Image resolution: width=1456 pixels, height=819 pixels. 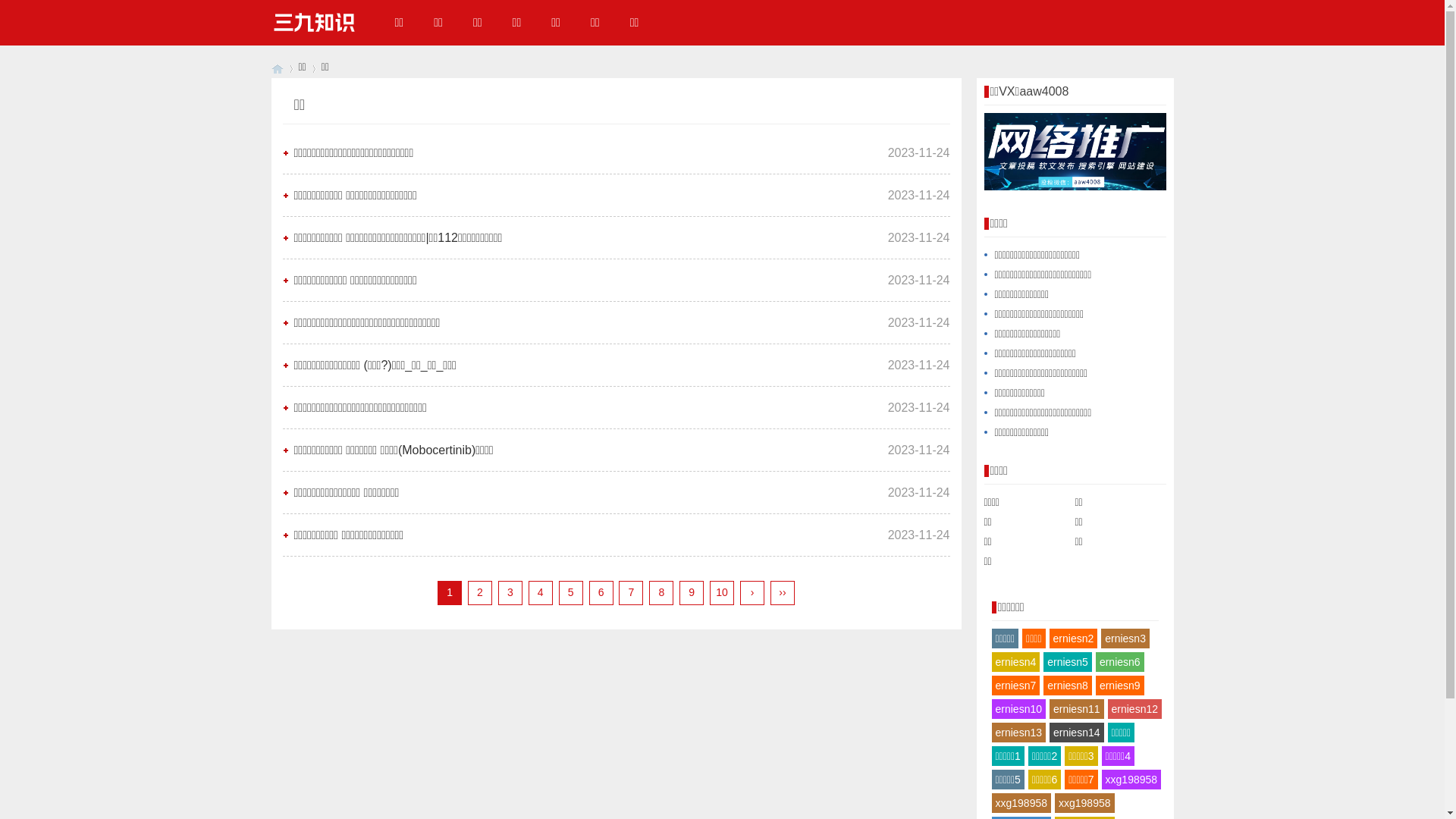 I want to click on '10', so click(x=720, y=592).